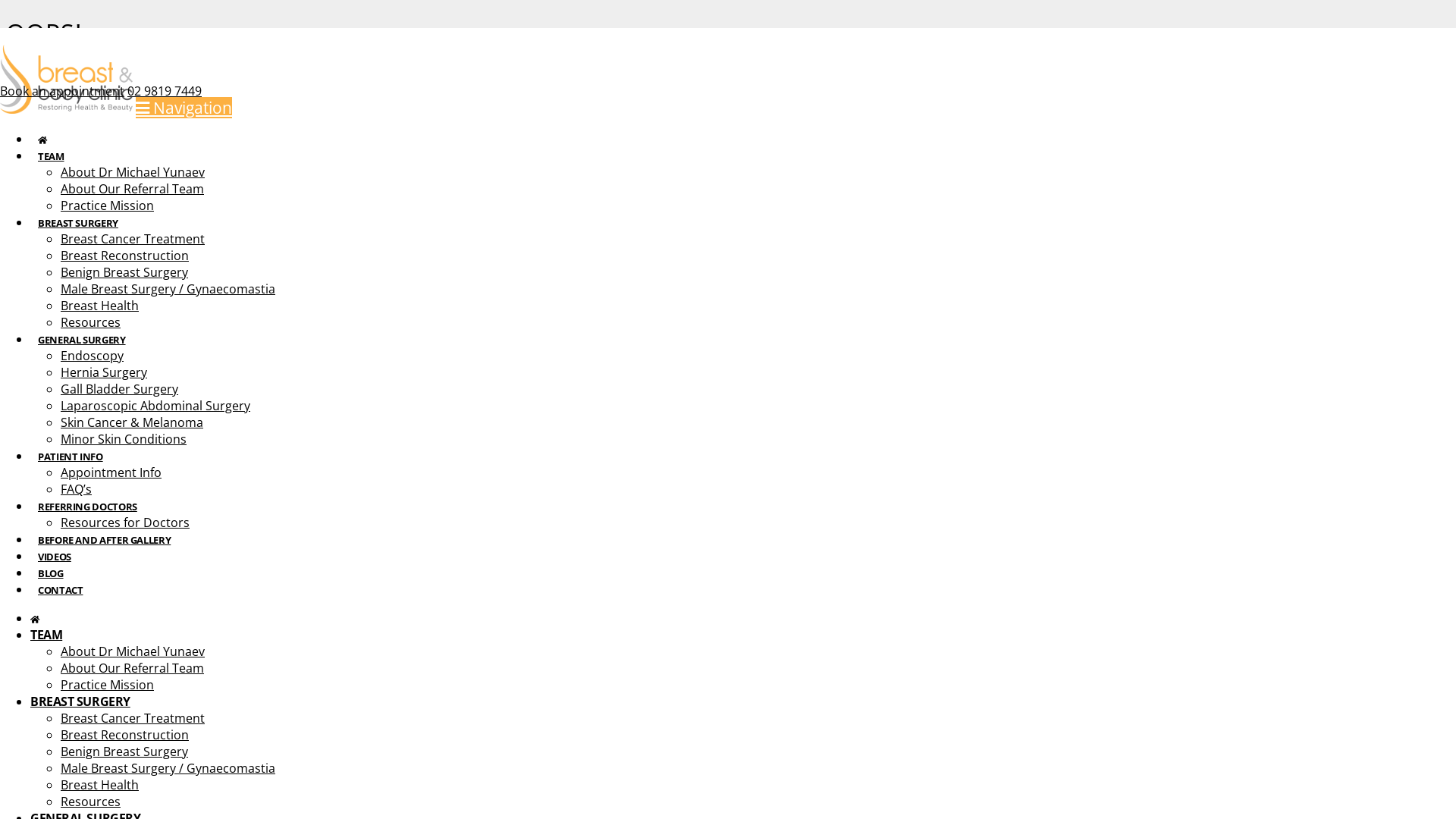  What do you see at coordinates (168, 289) in the screenshot?
I see `'Male Breast Surgery / Gynaecomastia'` at bounding box center [168, 289].